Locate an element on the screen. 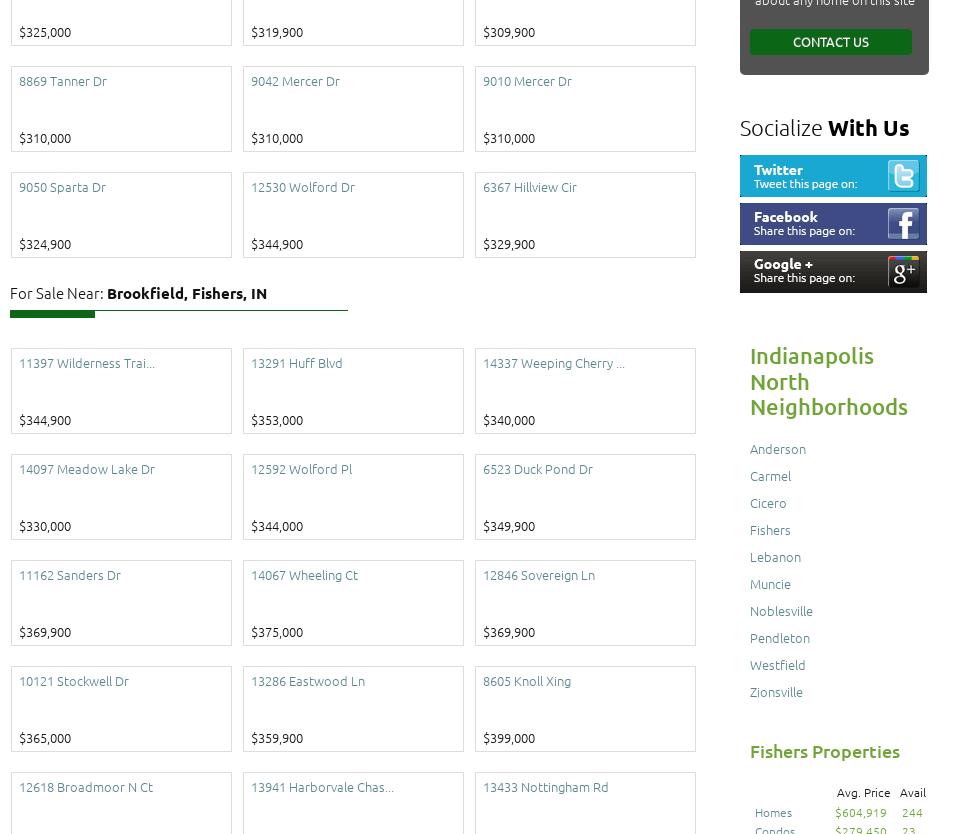  '244' is located at coordinates (911, 810).